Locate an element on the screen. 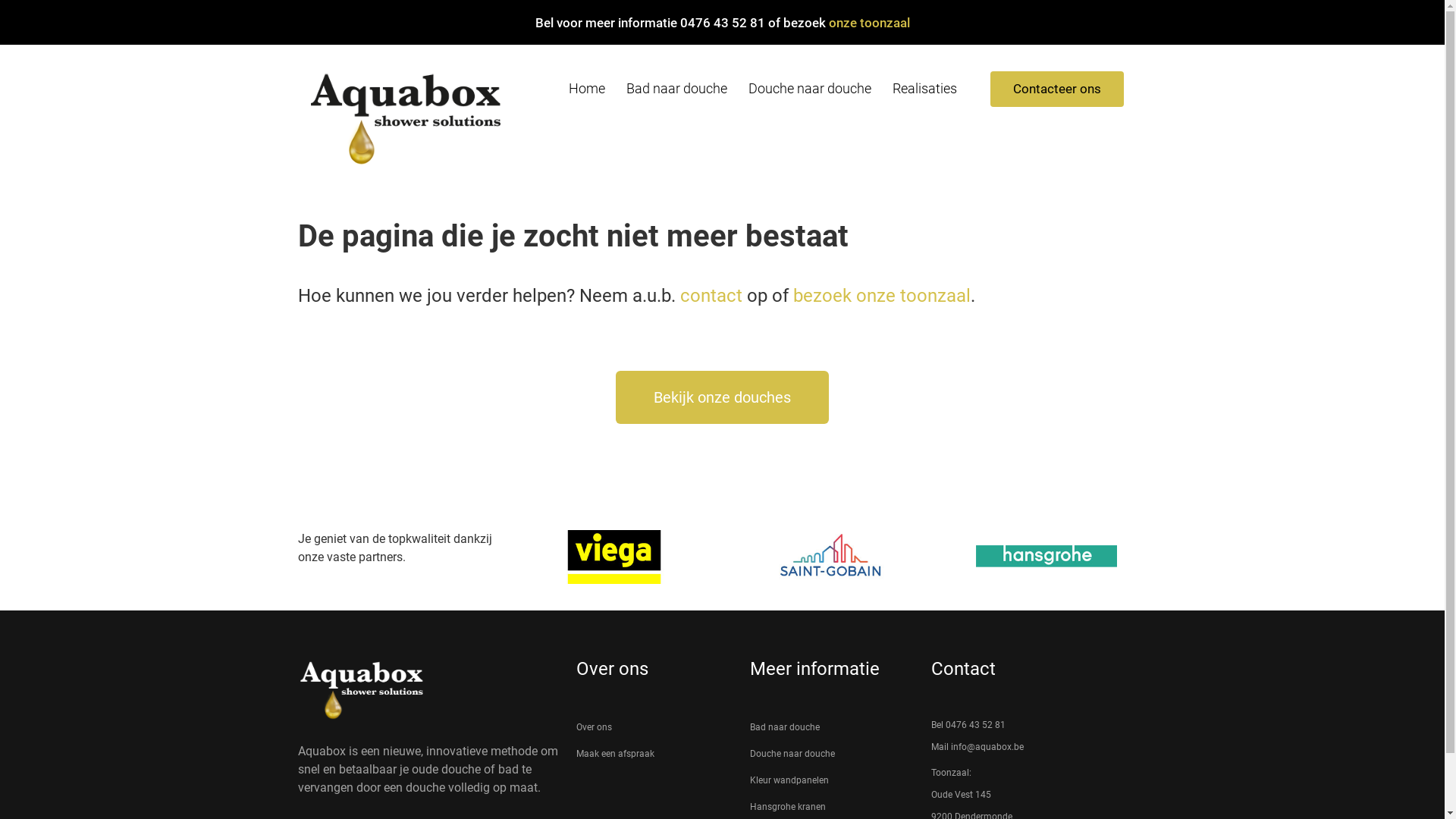 The width and height of the screenshot is (1456, 819). 'Bekijk onze douches' is located at coordinates (615, 397).